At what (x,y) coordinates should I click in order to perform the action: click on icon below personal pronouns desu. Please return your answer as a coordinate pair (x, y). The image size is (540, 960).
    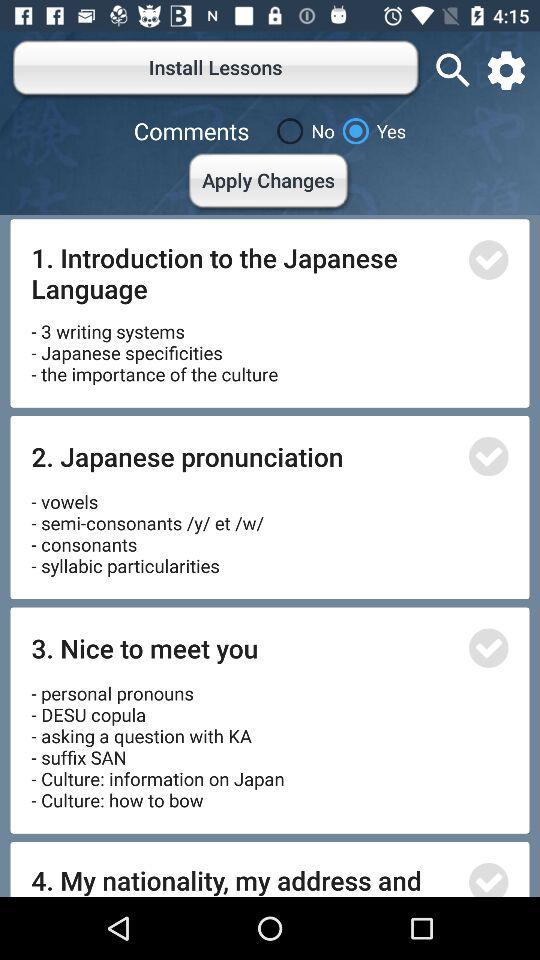
    Looking at the image, I should click on (243, 878).